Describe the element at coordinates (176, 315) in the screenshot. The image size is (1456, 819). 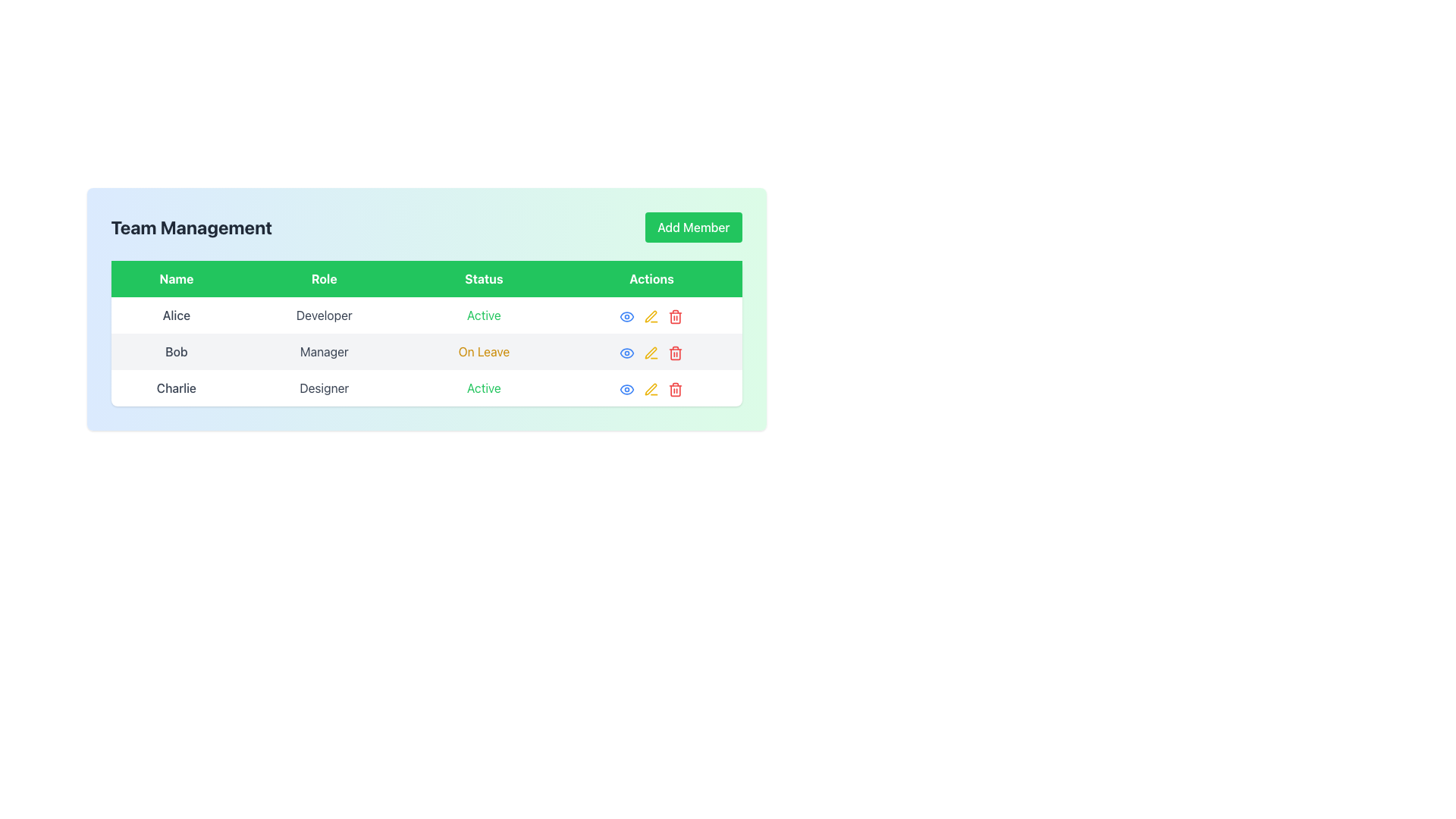
I see `the text label displaying the name 'Alice' located in the first row under the 'Name' column of the table` at that location.